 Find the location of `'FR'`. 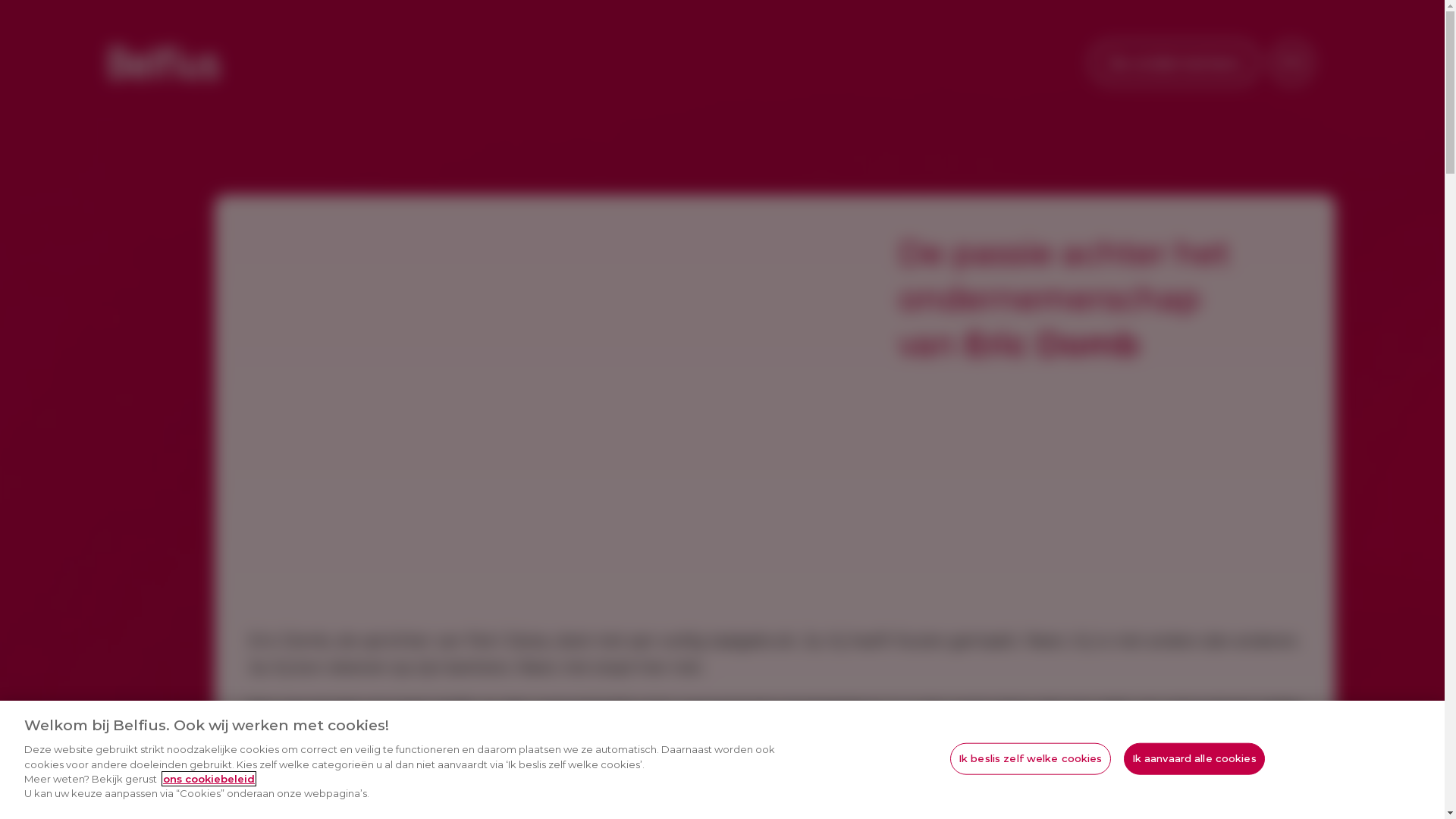

'FR' is located at coordinates (1270, 61).